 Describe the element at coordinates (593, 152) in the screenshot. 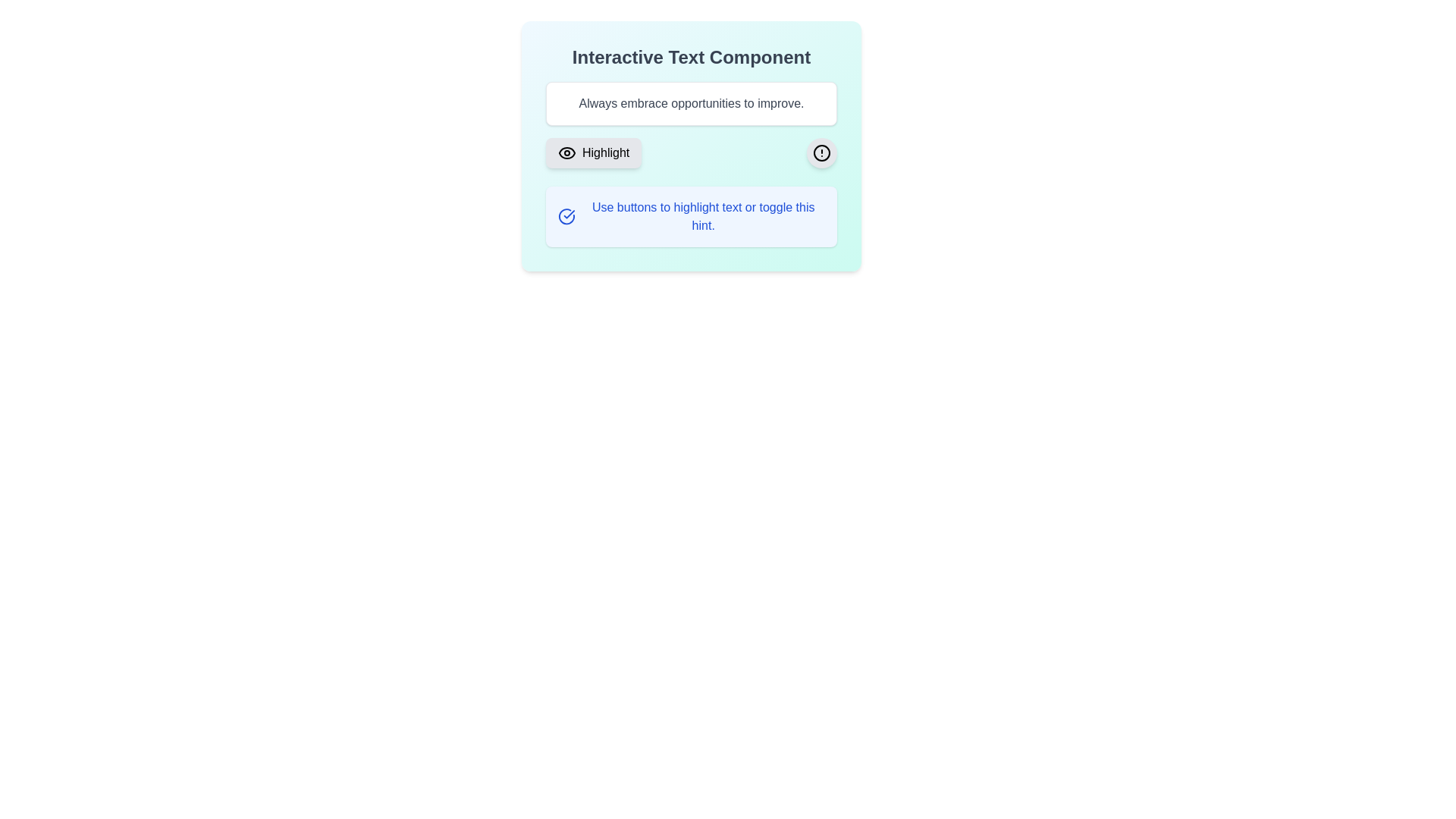

I see `the 'Highlight' button with an eye icon, which is a rectangular button with a light gray background and black text` at that location.